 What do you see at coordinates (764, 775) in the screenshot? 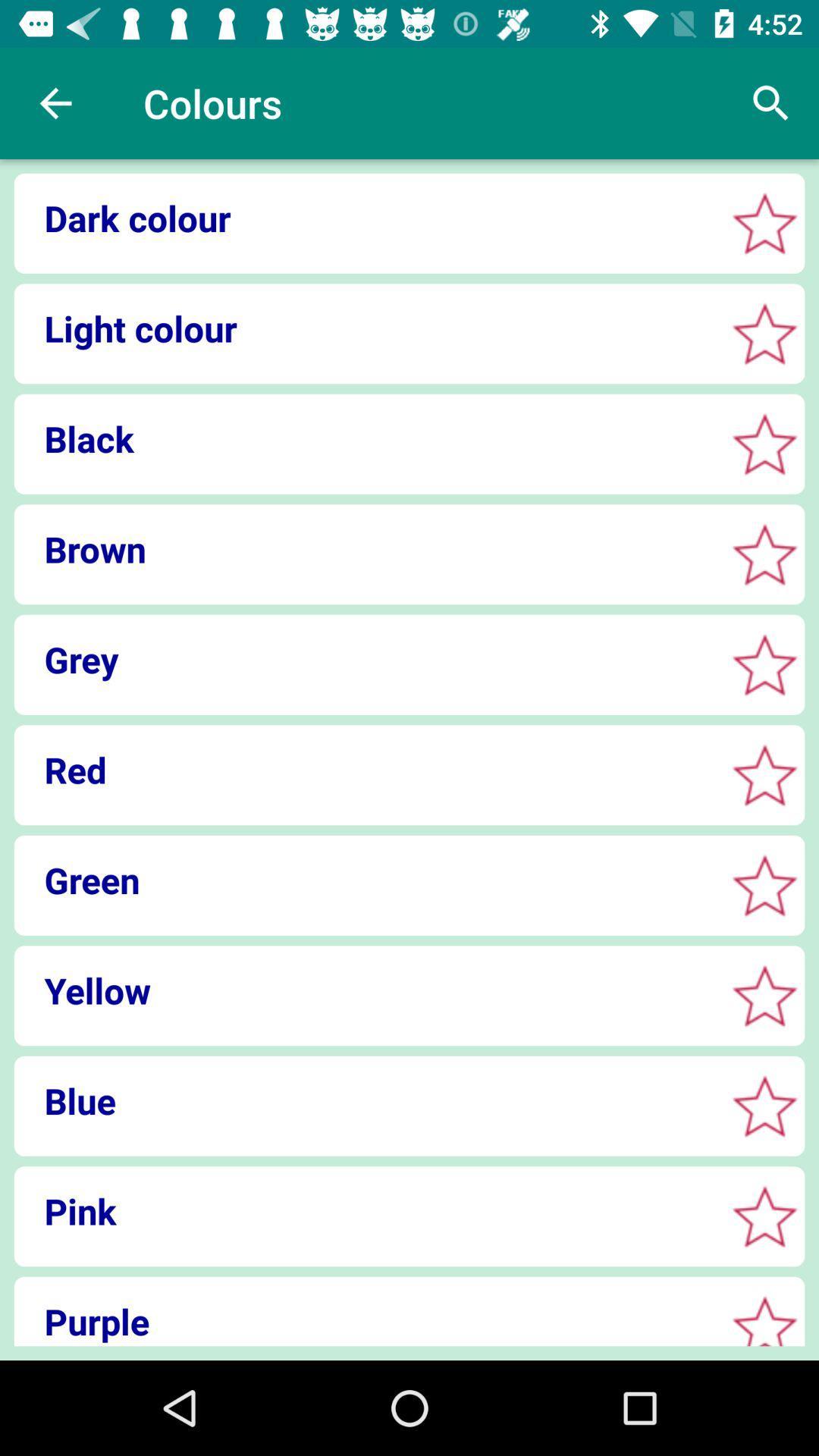
I see `to favorite` at bounding box center [764, 775].